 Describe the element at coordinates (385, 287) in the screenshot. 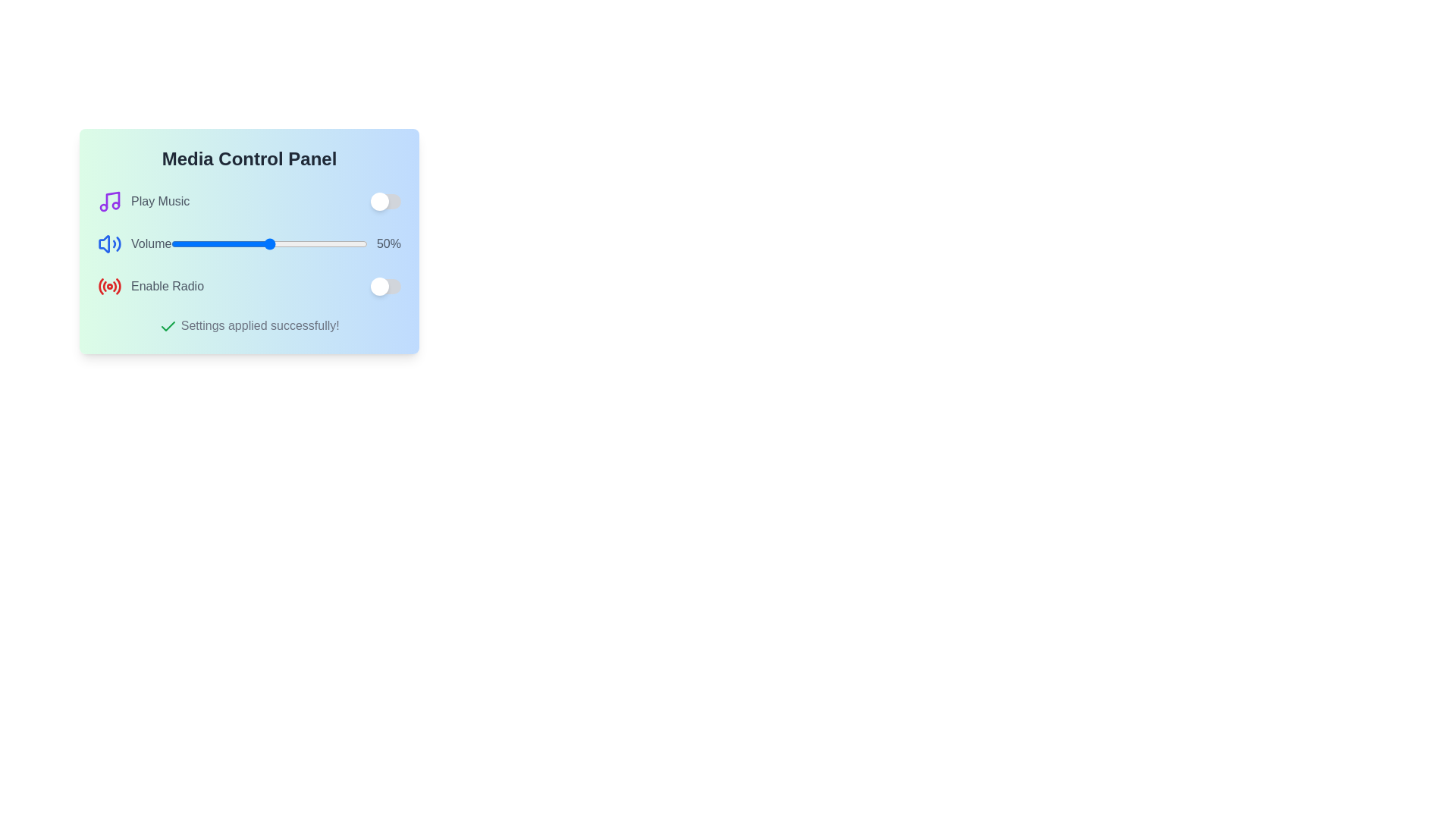

I see `the toggle switch located under the 'Enable Radio' option to change its state` at that location.